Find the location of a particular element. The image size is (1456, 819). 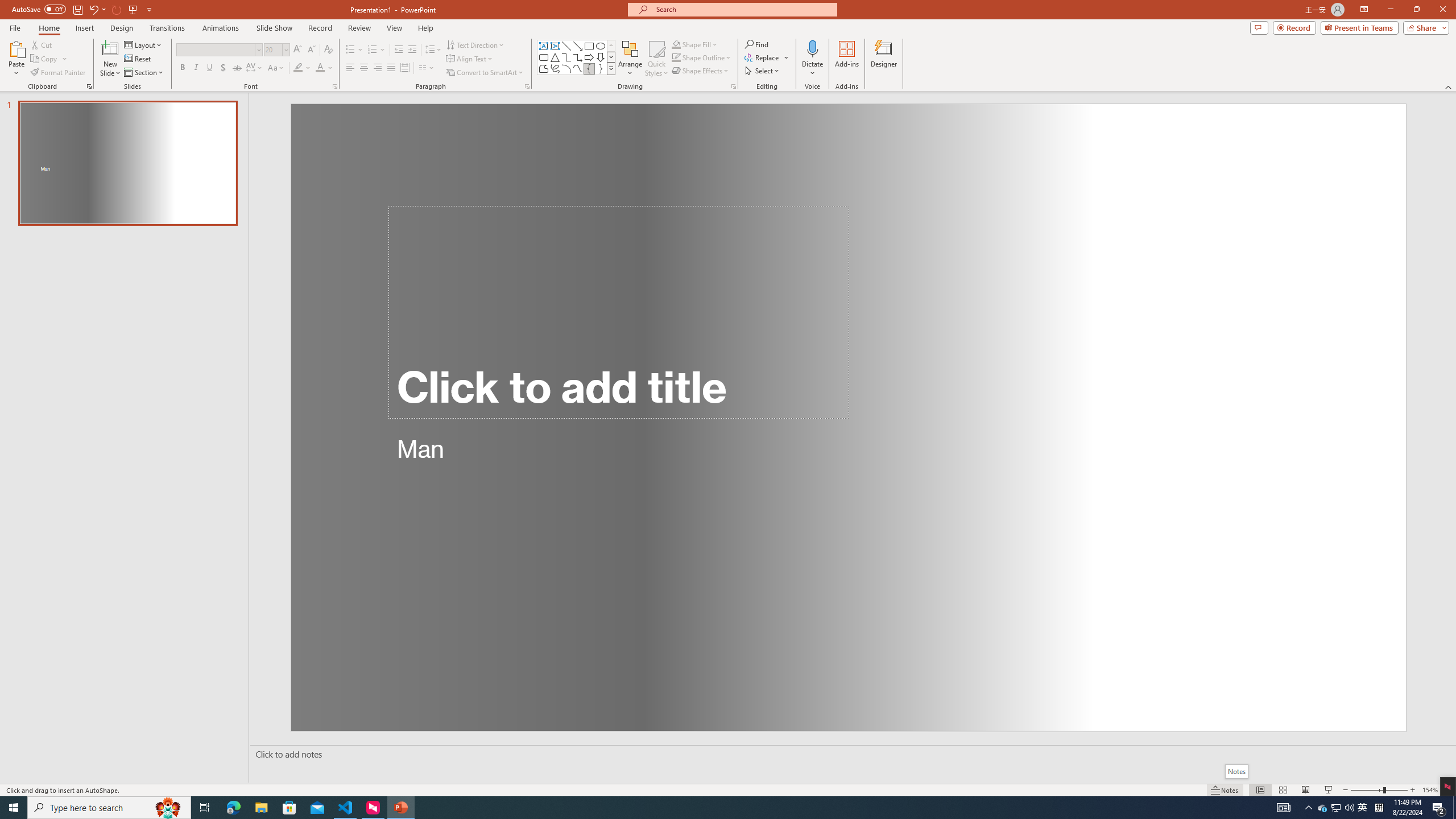

'Clear Formatting' is located at coordinates (328, 49).